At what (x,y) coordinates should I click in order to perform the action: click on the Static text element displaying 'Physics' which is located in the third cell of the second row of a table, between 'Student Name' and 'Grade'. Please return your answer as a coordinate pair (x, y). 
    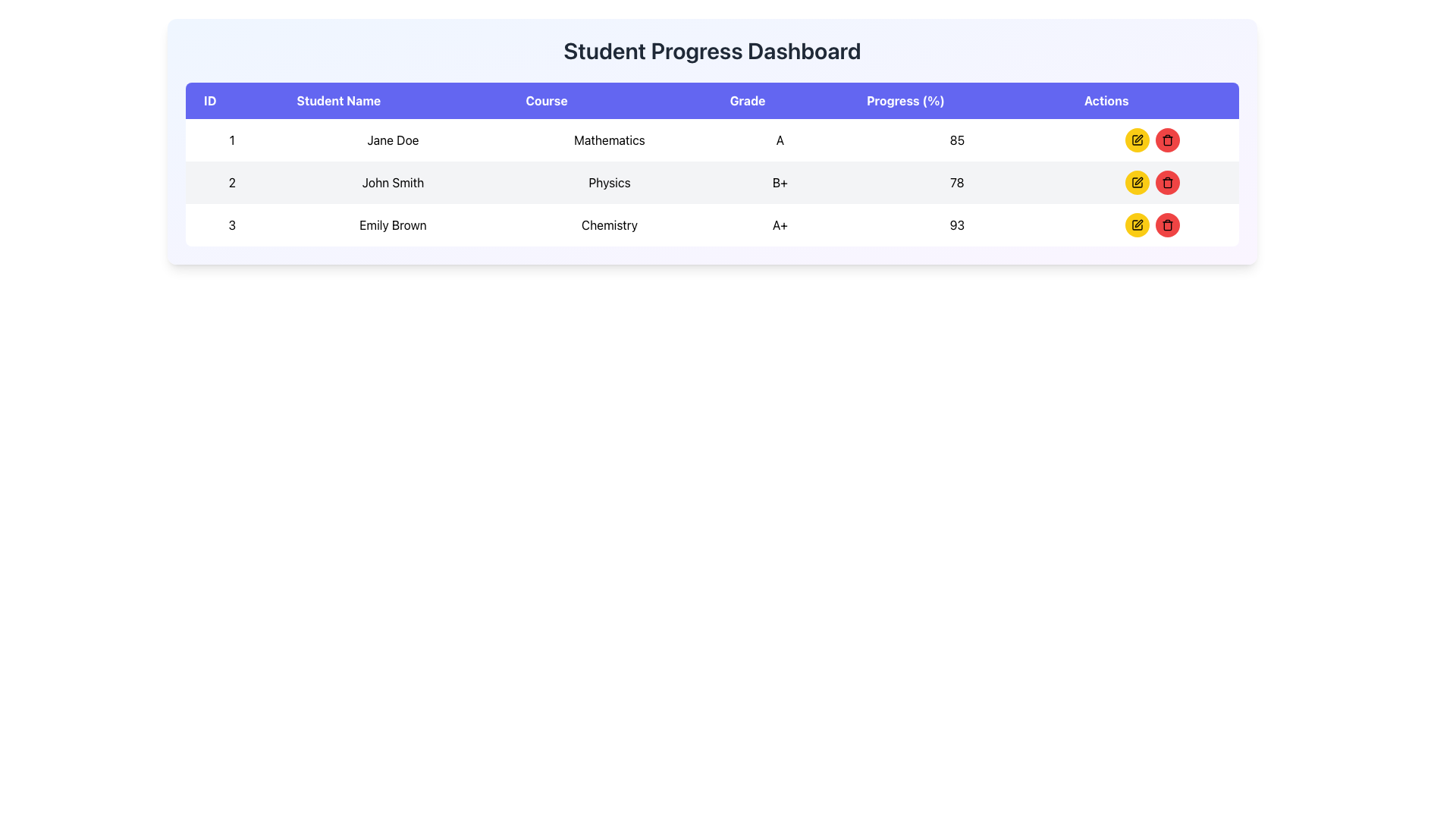
    Looking at the image, I should click on (610, 181).